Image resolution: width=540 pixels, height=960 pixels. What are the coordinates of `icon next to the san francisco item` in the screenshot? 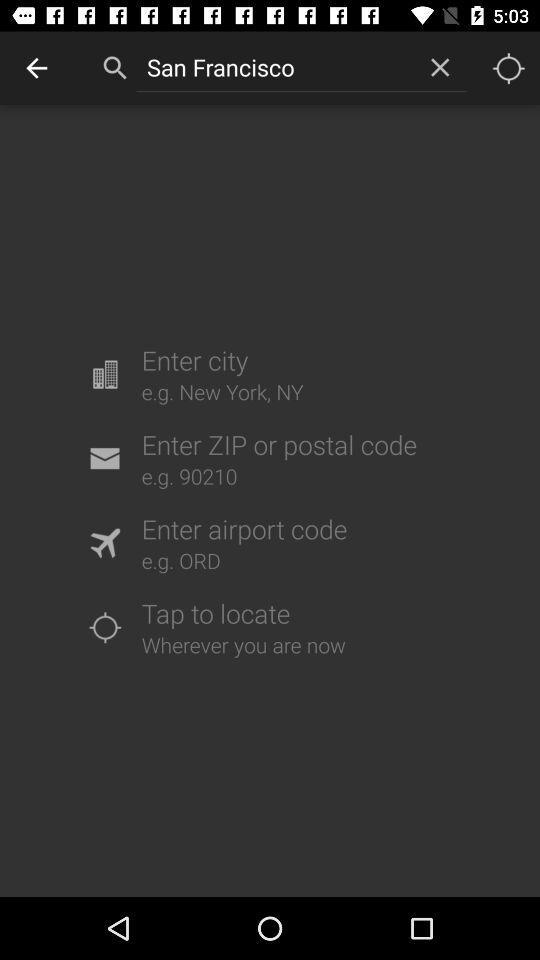 It's located at (440, 67).